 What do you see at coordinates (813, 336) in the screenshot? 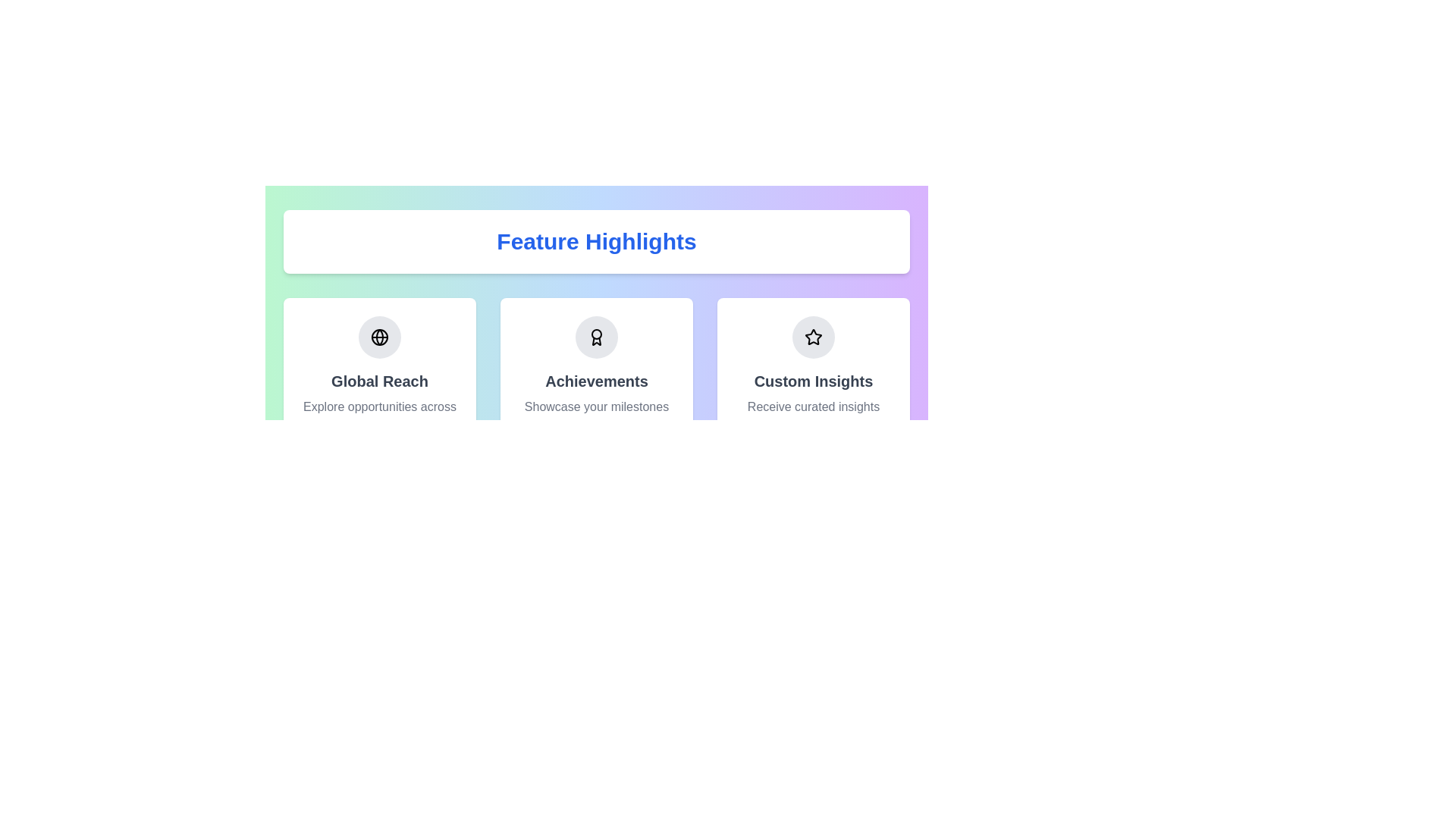
I see `the star icon located near the top-right of the interface, adjacent to the 'Custom Insights' section, to mark it as a favorite if interactive functionality is provided` at bounding box center [813, 336].